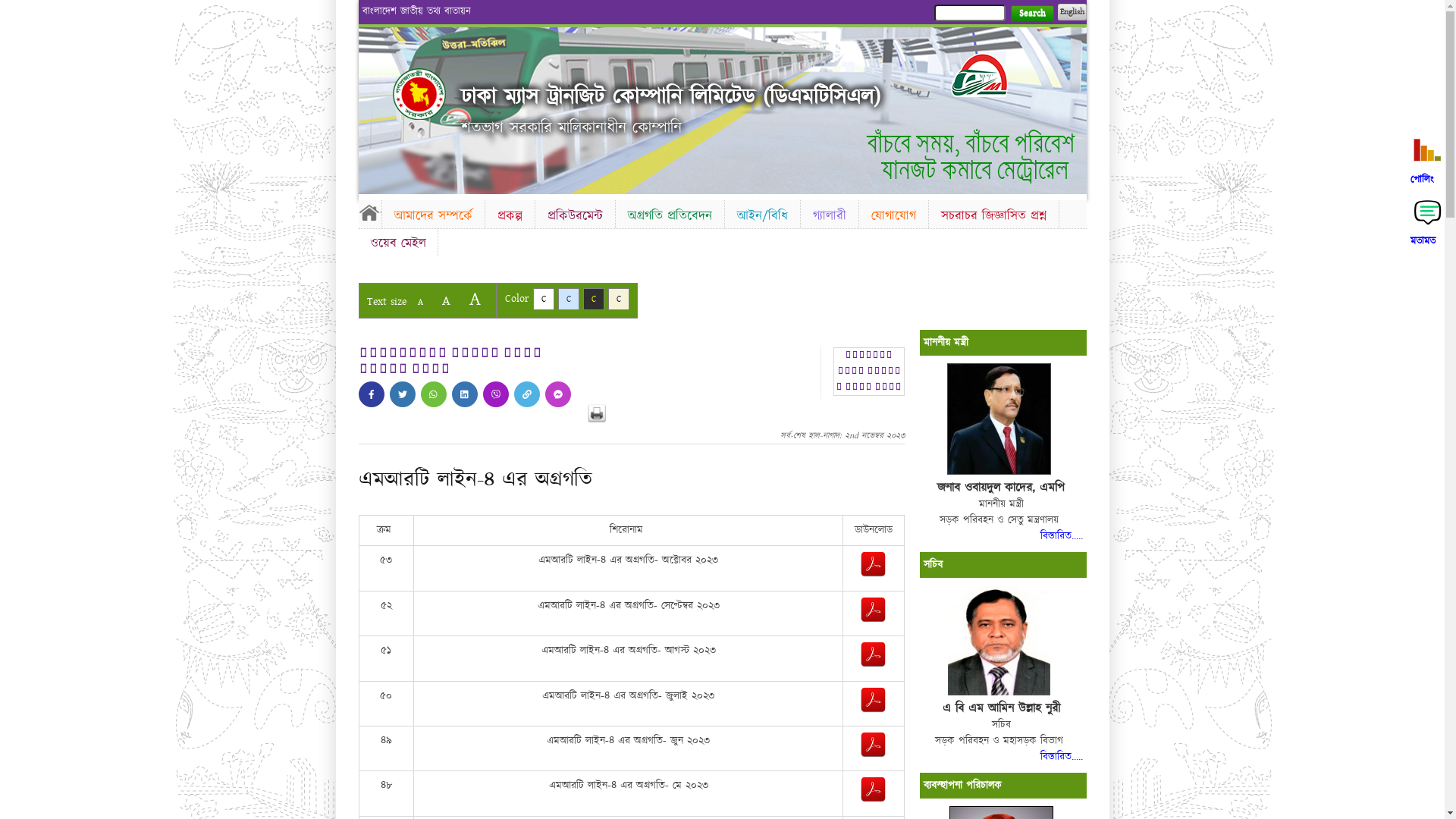 This screenshot has width=1456, height=819. Describe the element at coordinates (369, 212) in the screenshot. I see `'Home'` at that location.